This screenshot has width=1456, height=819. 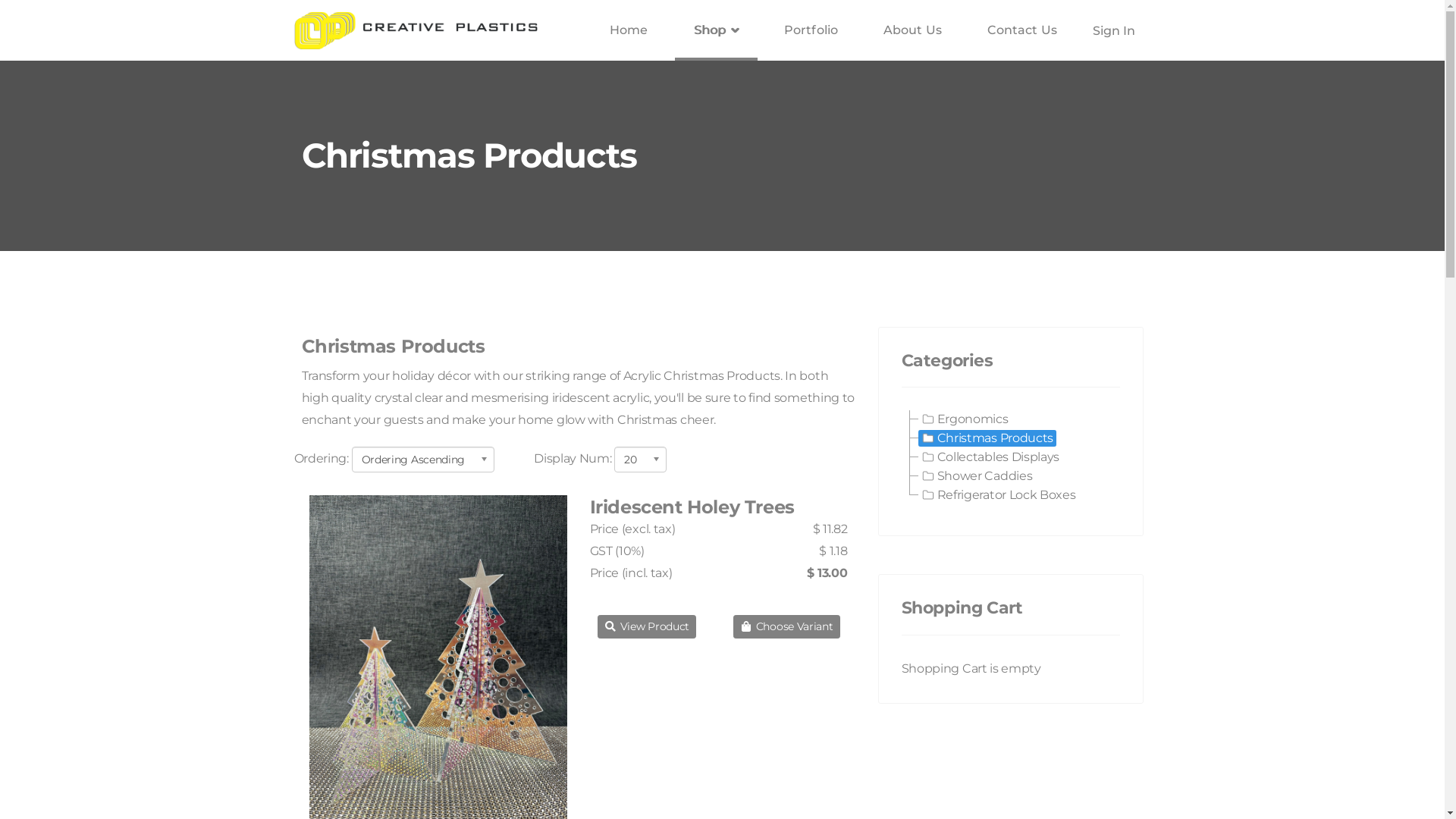 I want to click on 'Ordering Ascending', so click(x=423, y=458).